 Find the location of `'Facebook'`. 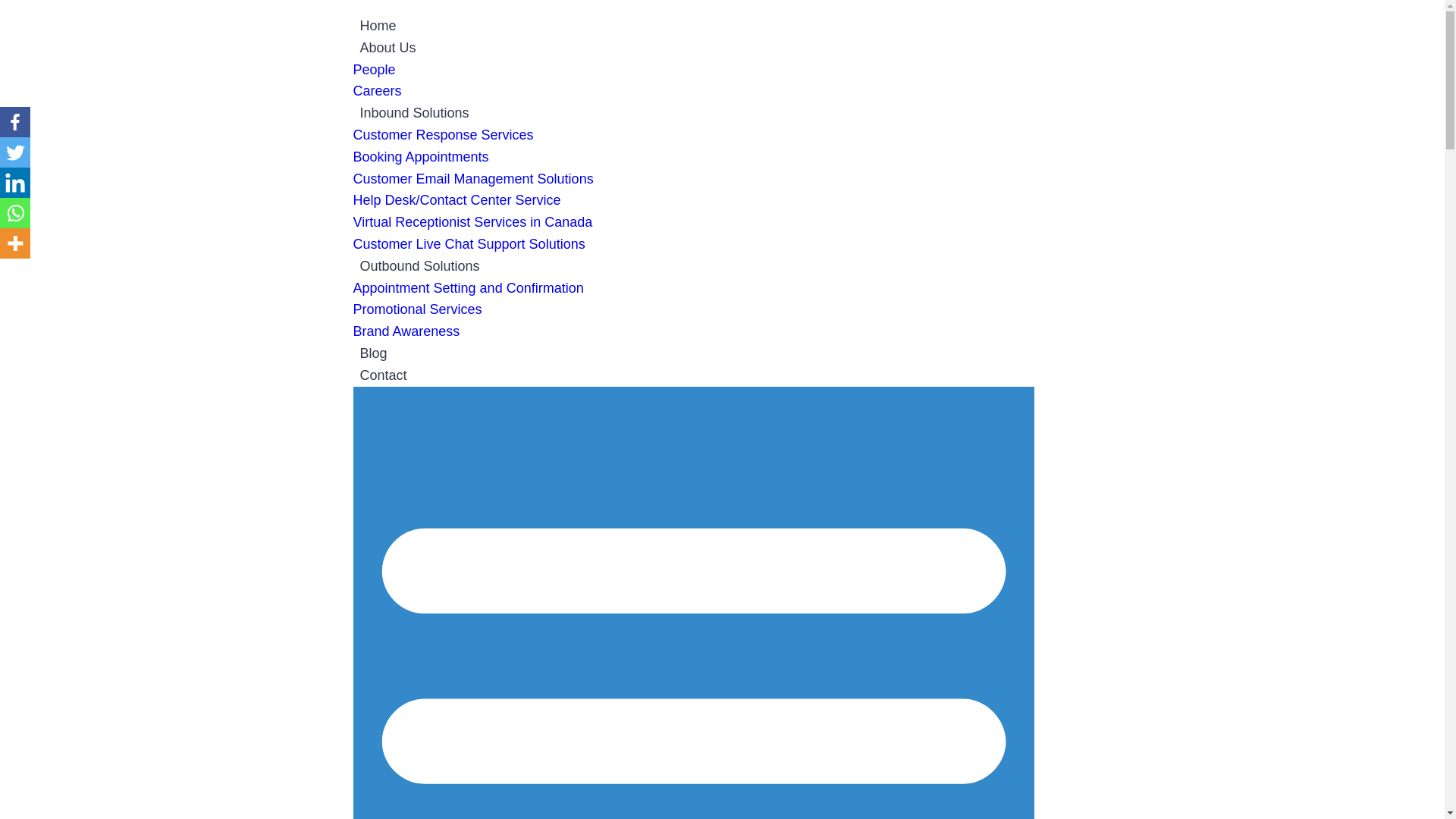

'Facebook' is located at coordinates (0, 121).